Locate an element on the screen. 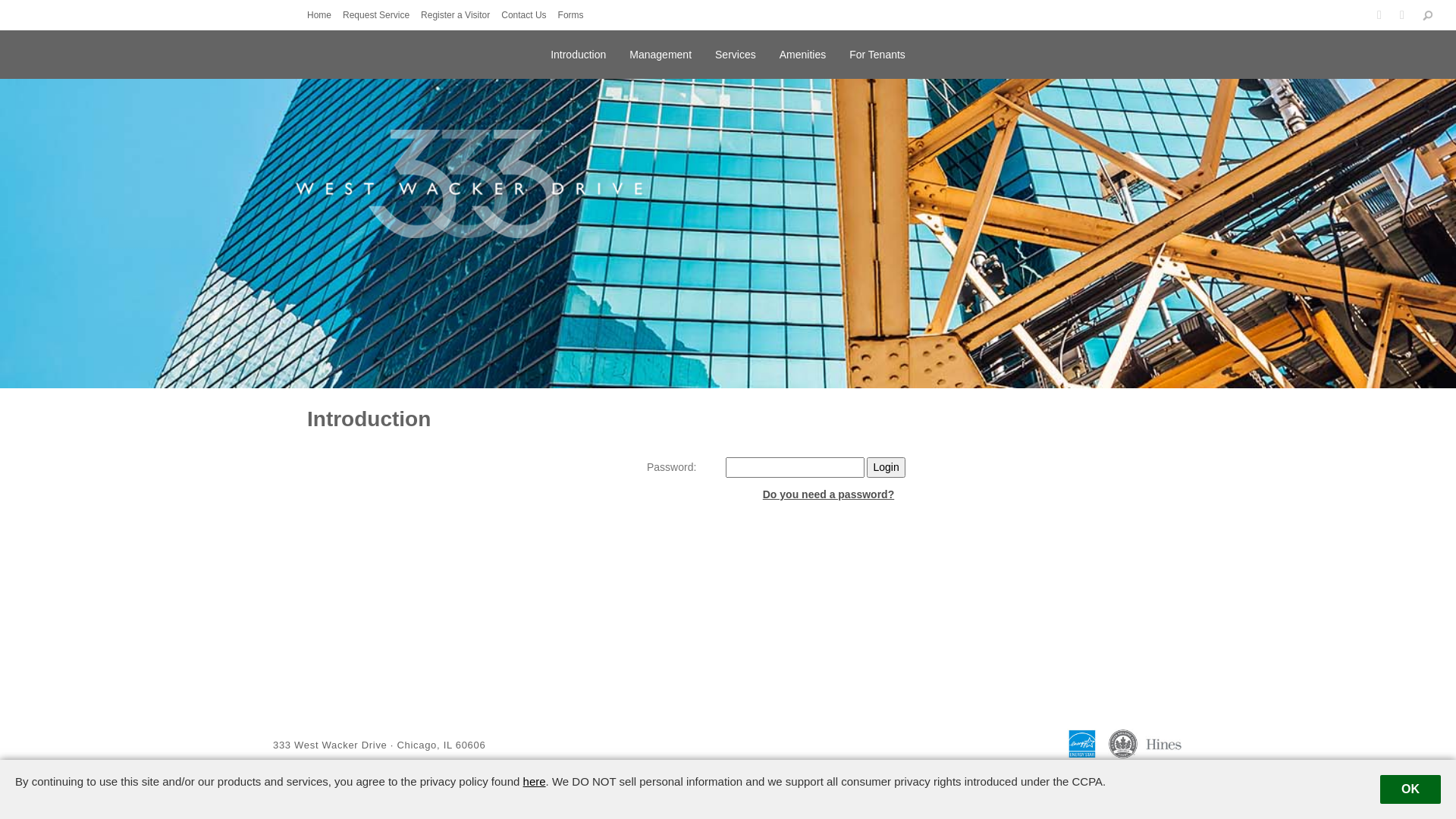 This screenshot has height=819, width=1456. 'Login' is located at coordinates (866, 466).